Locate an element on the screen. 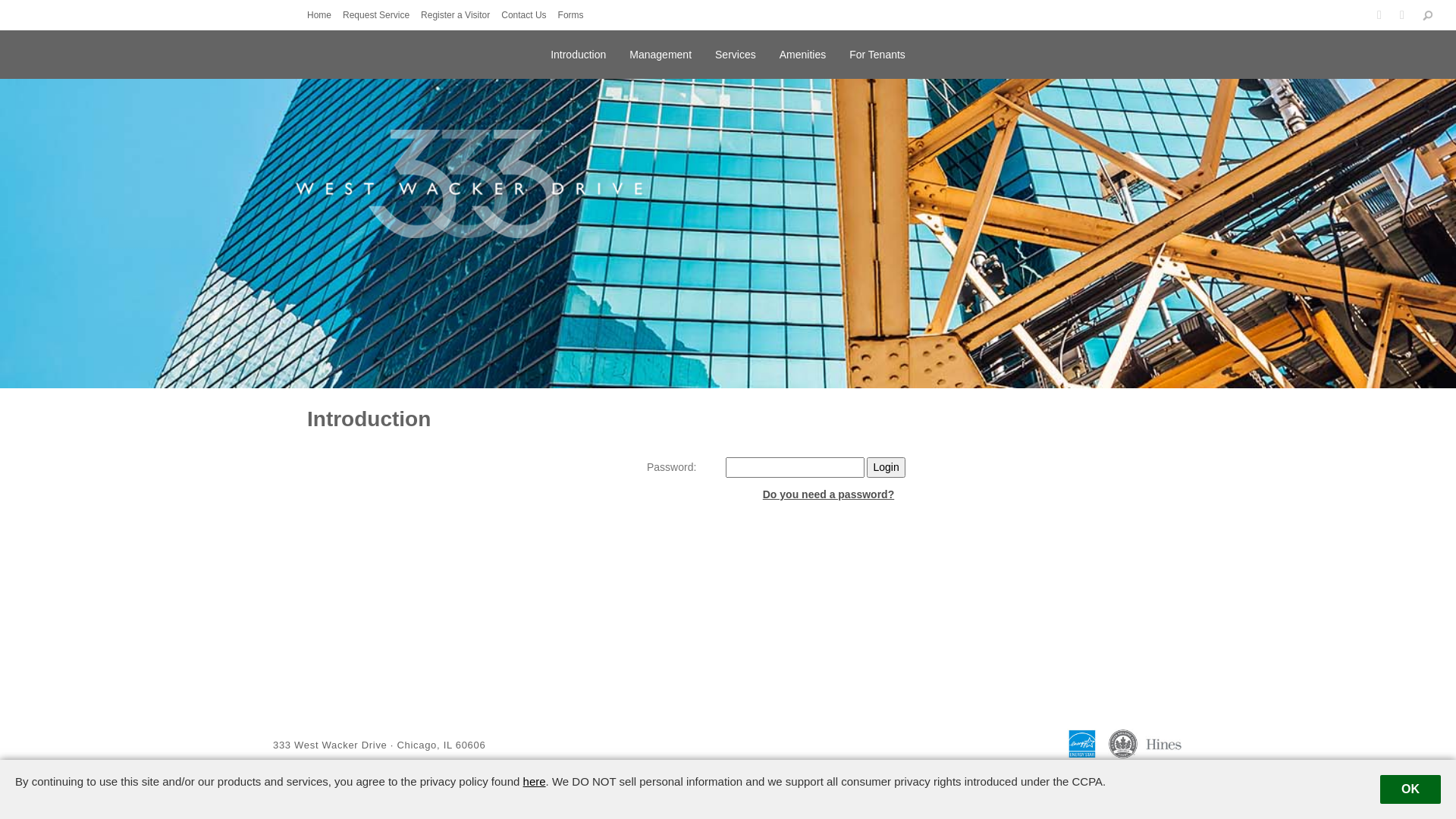 This screenshot has height=819, width=1456. 'Login' is located at coordinates (866, 466).